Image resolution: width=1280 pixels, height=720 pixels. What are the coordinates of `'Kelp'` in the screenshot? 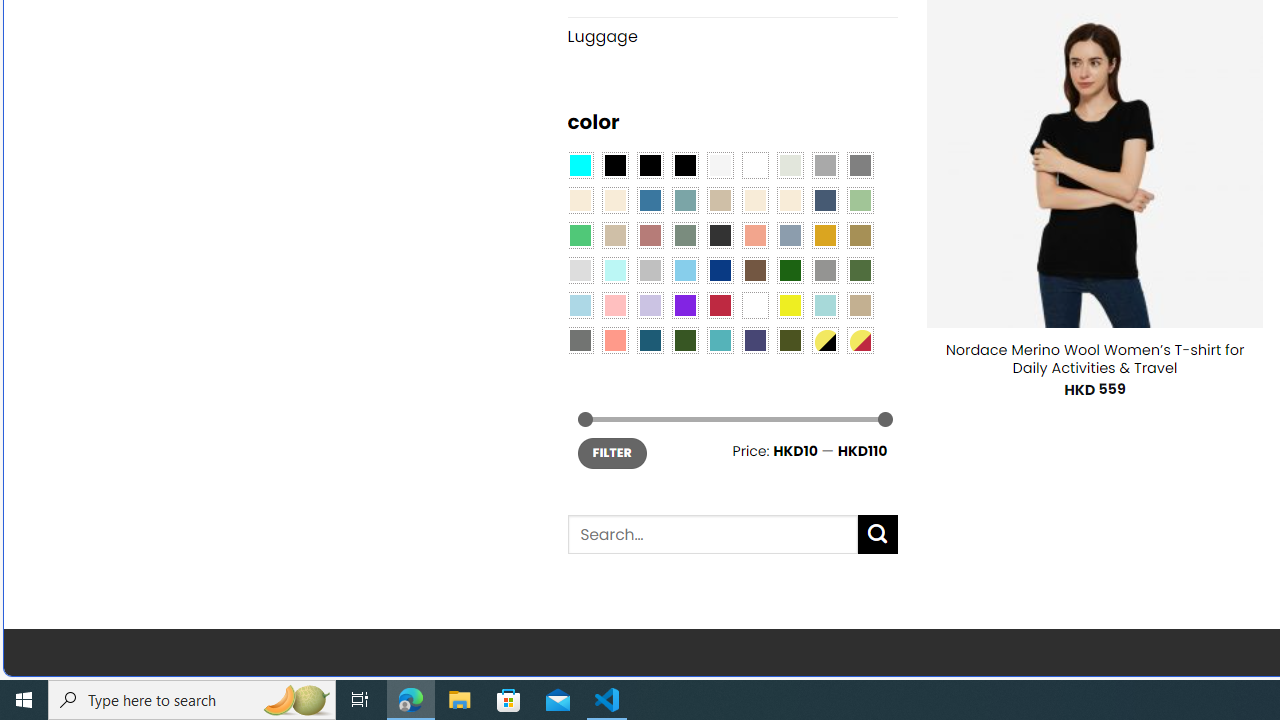 It's located at (860, 233).